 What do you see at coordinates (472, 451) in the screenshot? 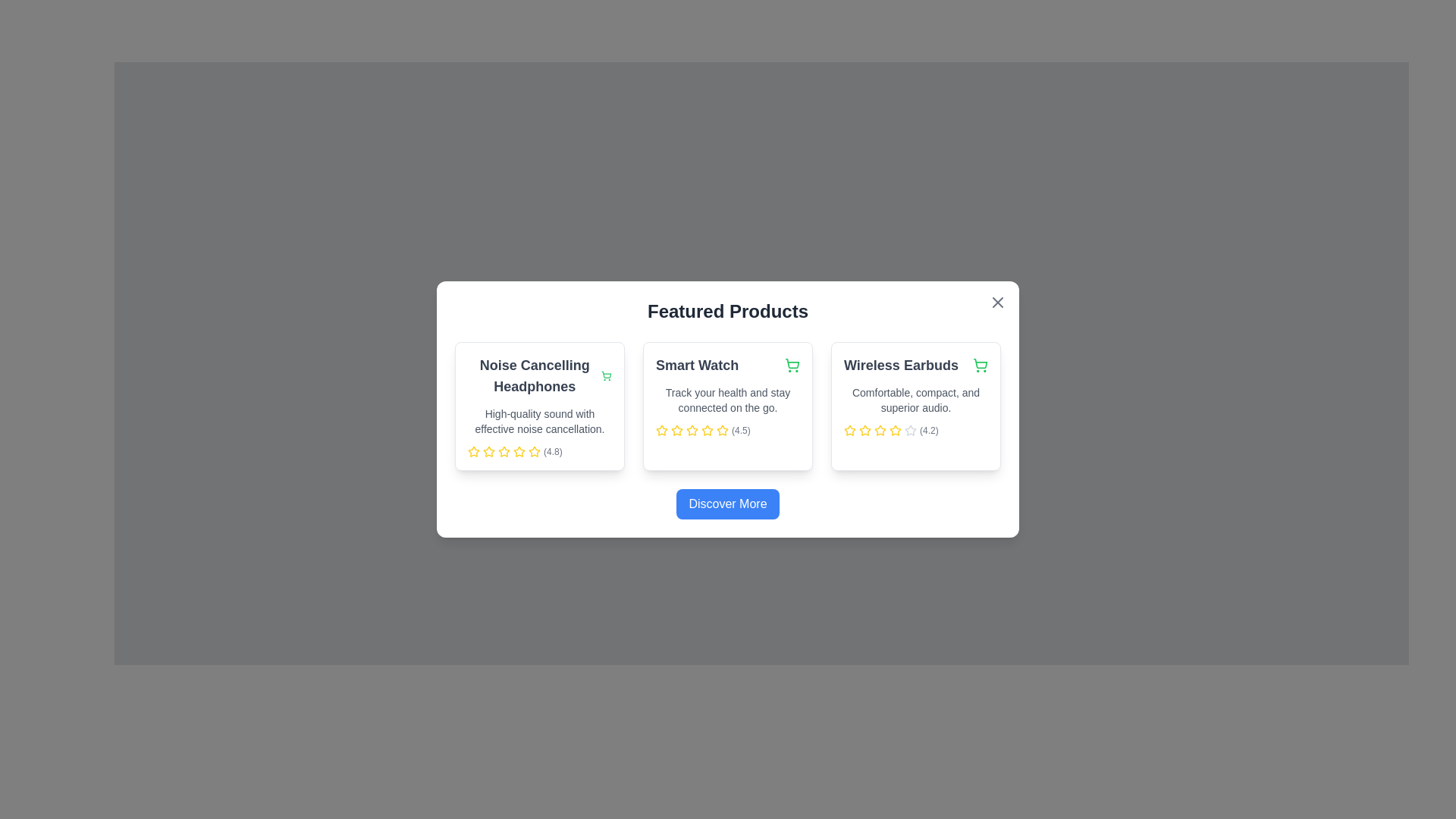
I see `the rating level represented by the first yellow star icon with a hollow center, located next to the '(4.8)' text in the 'Noise Cancelling Headphones' section on the left card` at bounding box center [472, 451].